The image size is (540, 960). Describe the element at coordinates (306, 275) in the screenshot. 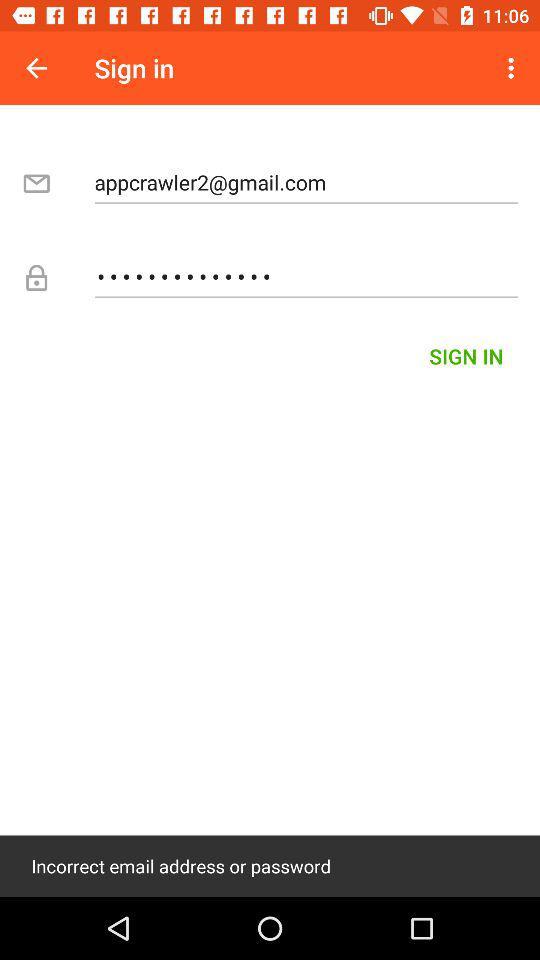

I see `the appcrawler3116` at that location.